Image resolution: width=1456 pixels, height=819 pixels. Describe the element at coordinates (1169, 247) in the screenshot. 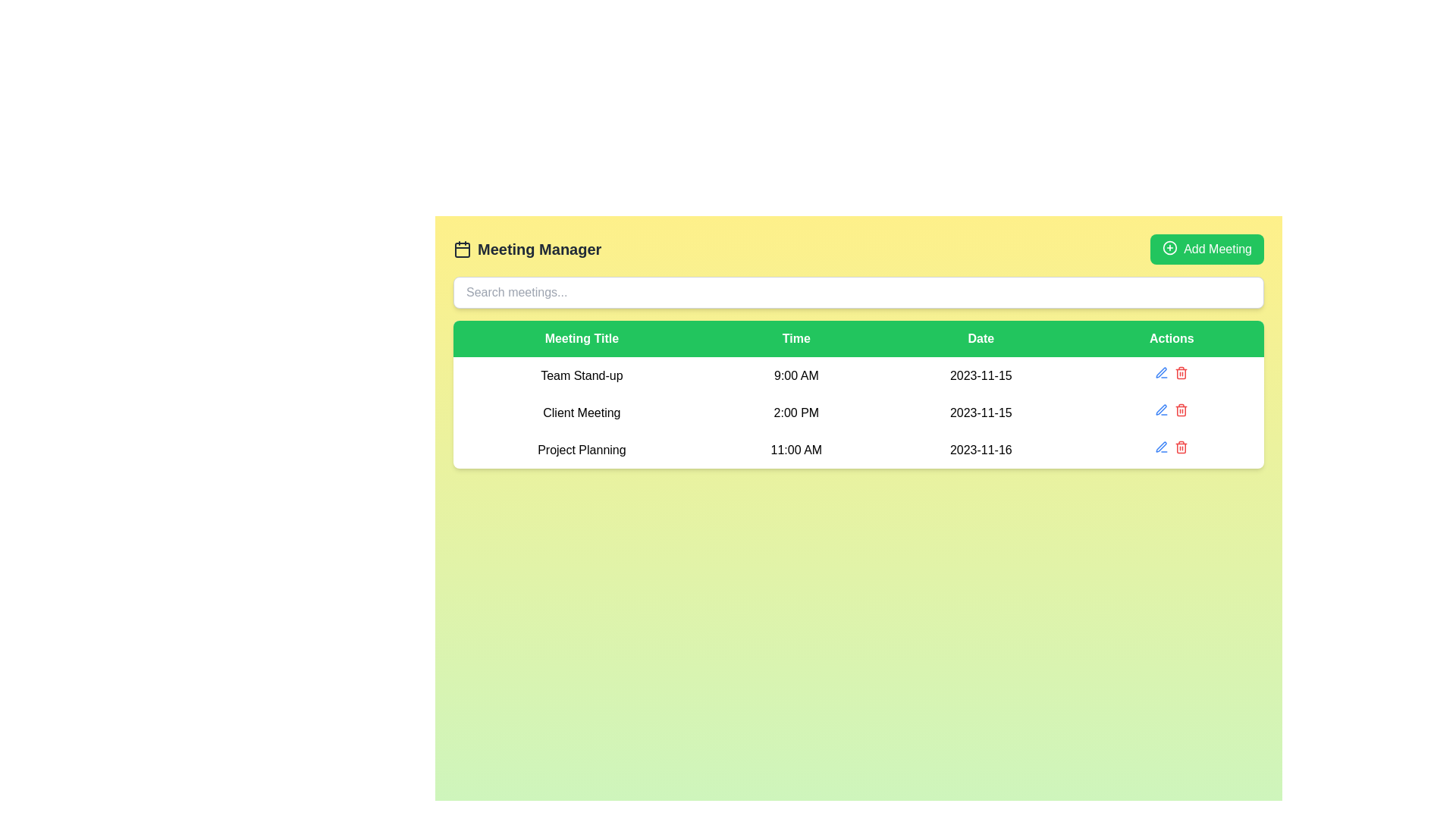

I see `the SVG circle component of the 'Add Meeting' button, which is part of the plus sign icon located at the top-right corner of the interface` at that location.